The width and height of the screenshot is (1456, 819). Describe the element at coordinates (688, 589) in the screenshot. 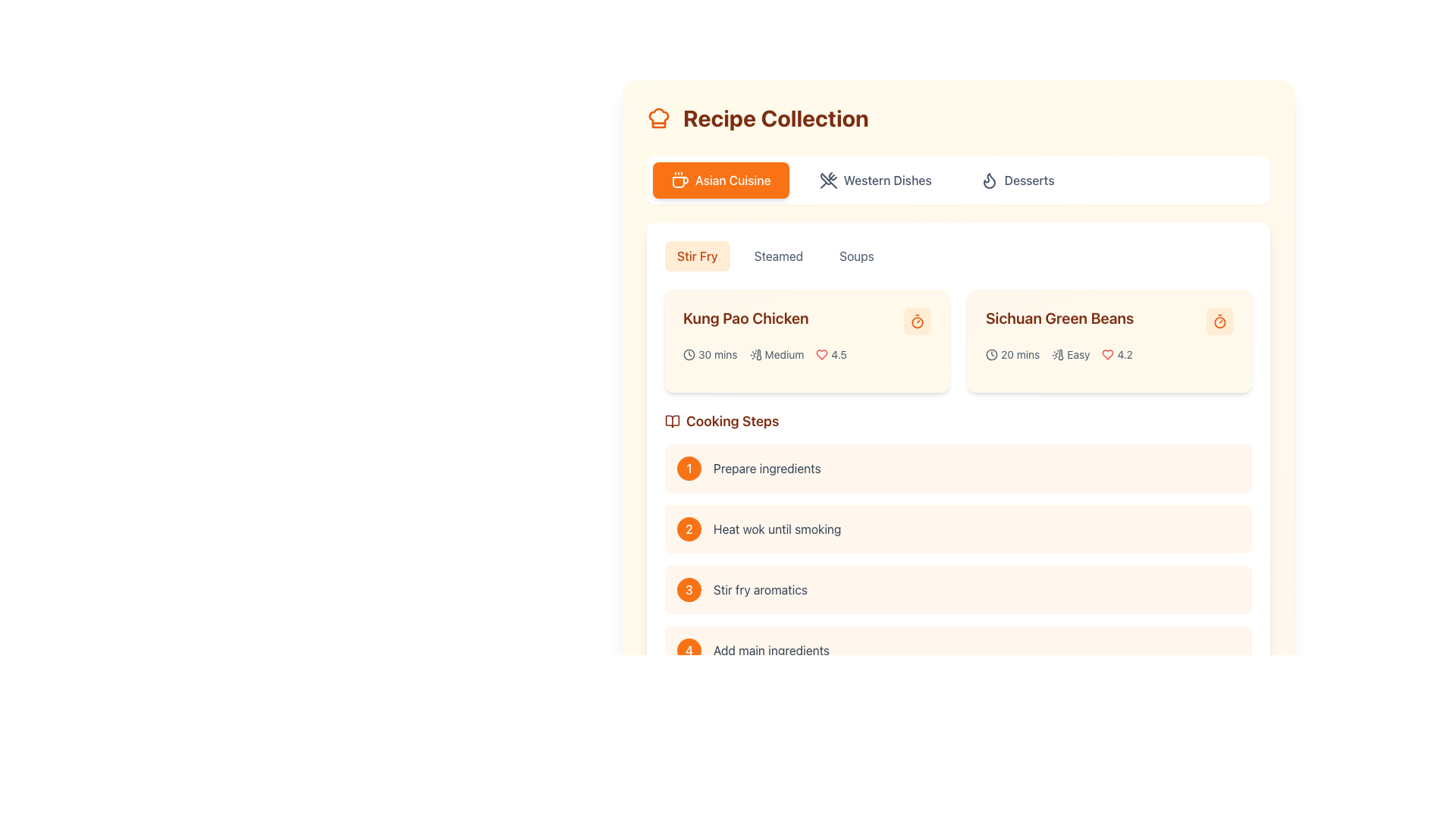

I see `the Step indicator badge, which is a circular badge with an orange background displaying the number '3', positioned to the left of the text 'Stir fry aromatics'` at that location.